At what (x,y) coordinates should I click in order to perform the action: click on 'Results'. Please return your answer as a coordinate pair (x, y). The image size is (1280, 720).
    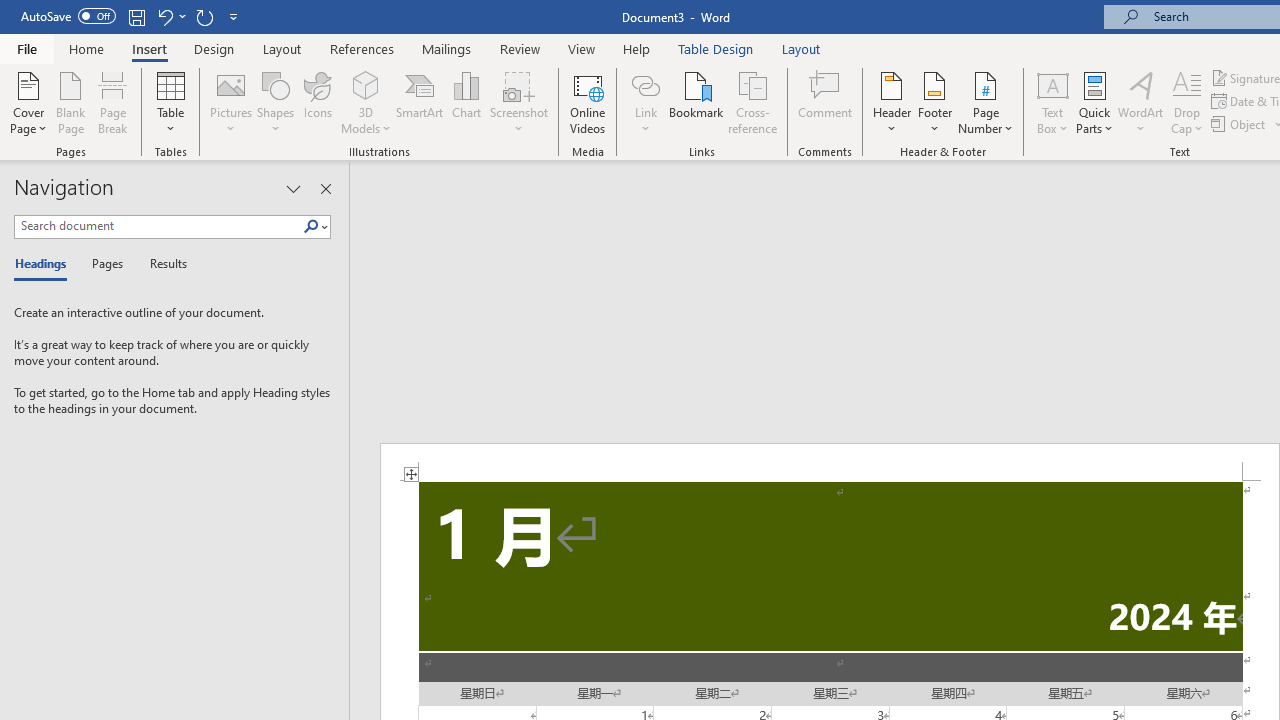
    Looking at the image, I should click on (161, 264).